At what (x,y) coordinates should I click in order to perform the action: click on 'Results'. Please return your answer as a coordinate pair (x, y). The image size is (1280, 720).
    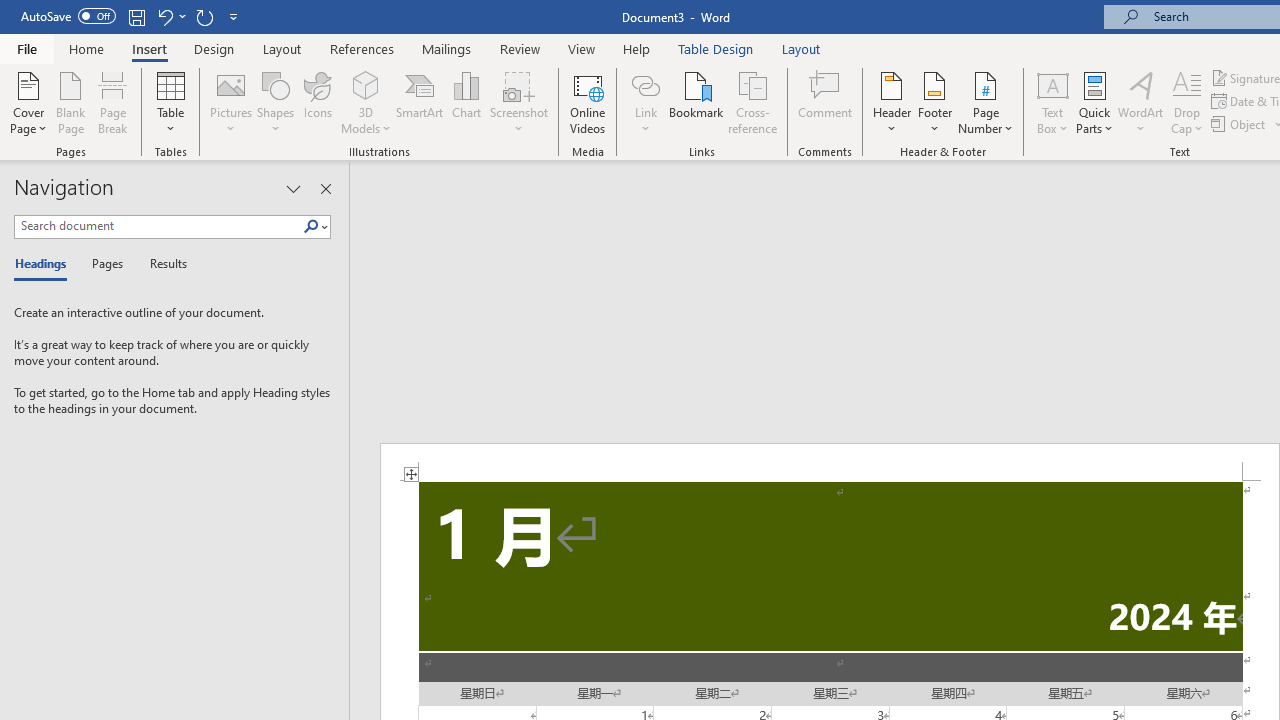
    Looking at the image, I should click on (161, 264).